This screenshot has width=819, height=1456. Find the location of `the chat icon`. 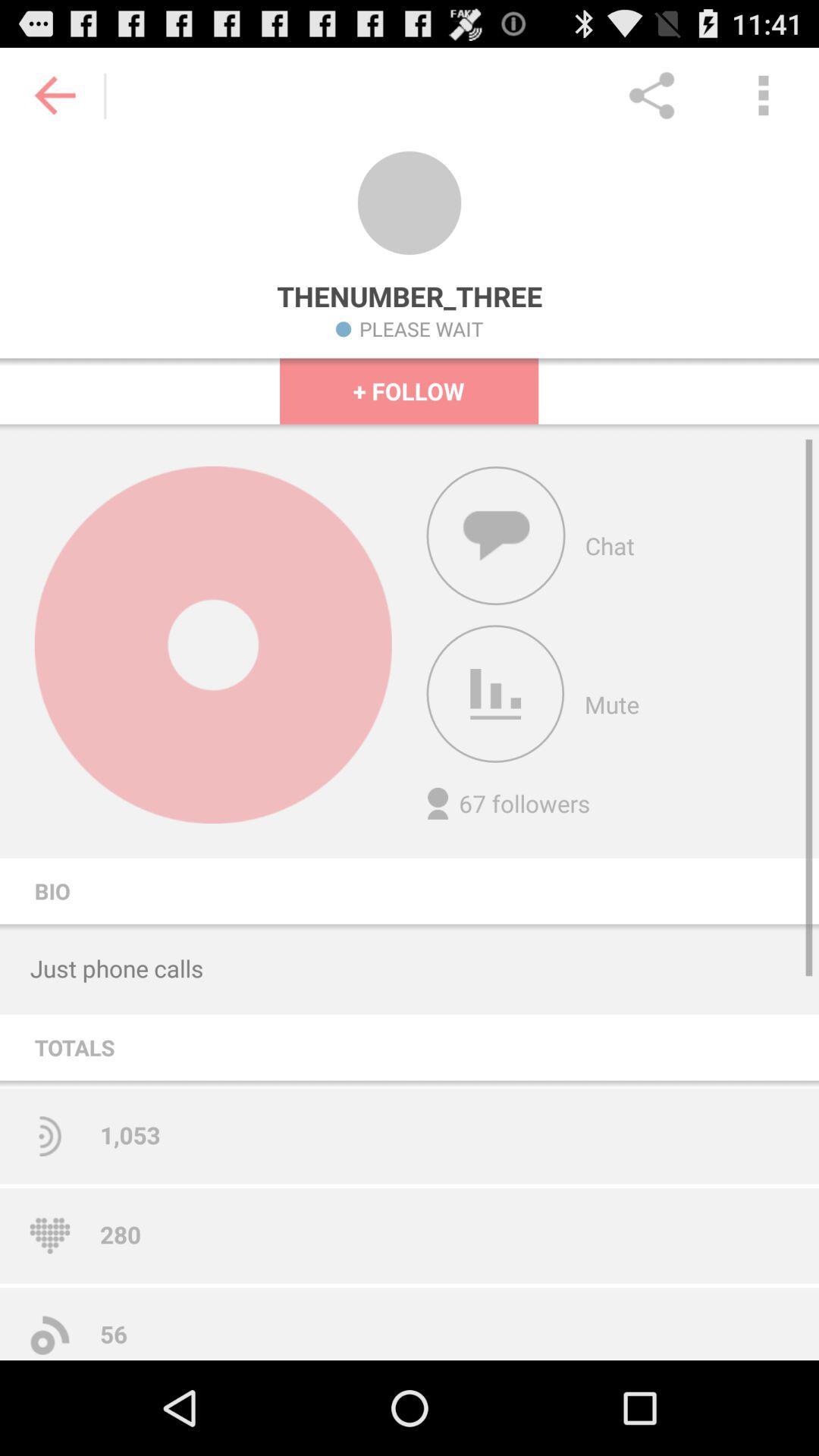

the chat icon is located at coordinates (496, 573).